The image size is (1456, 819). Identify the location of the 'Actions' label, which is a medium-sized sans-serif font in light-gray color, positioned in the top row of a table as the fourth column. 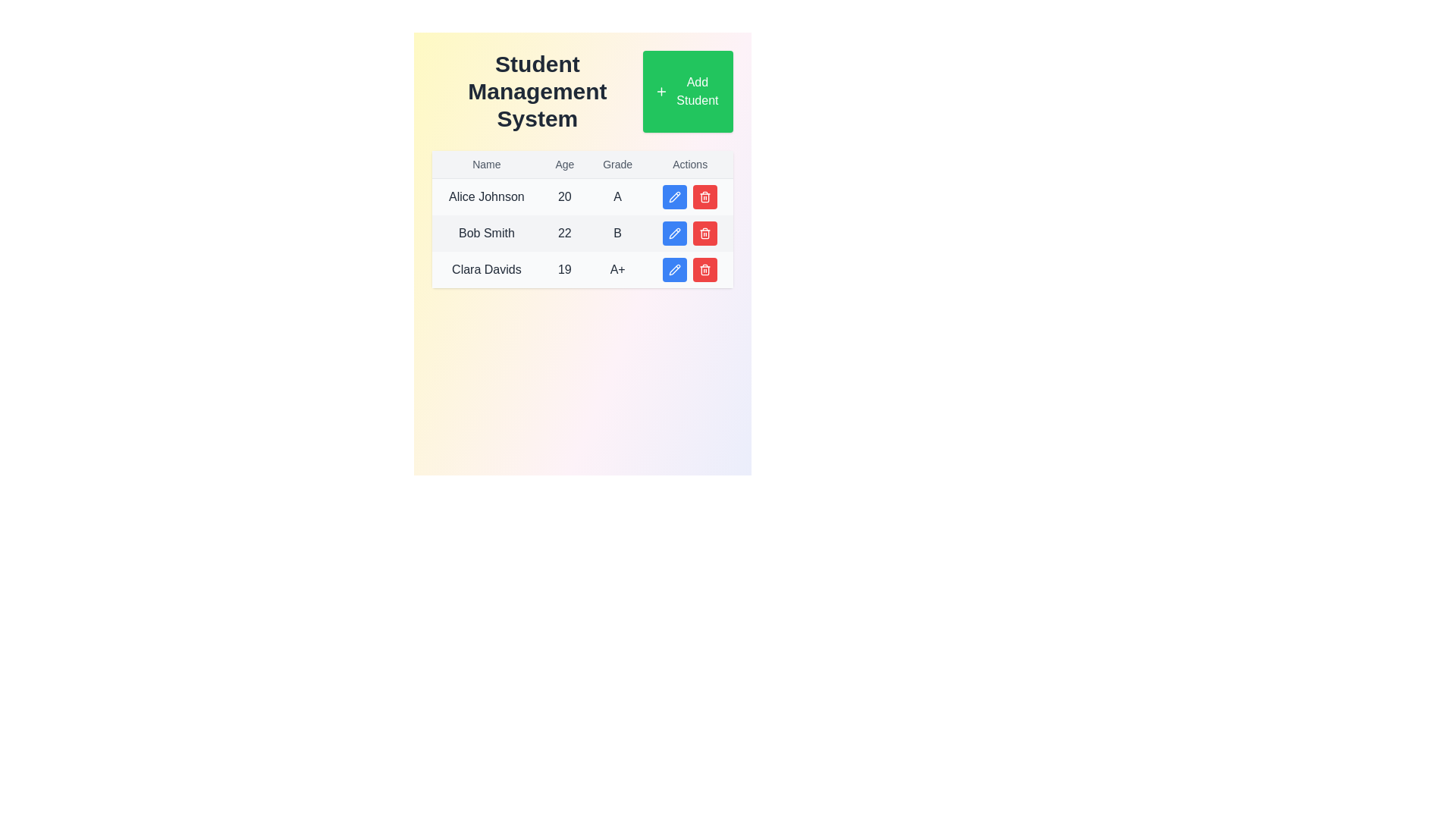
(689, 165).